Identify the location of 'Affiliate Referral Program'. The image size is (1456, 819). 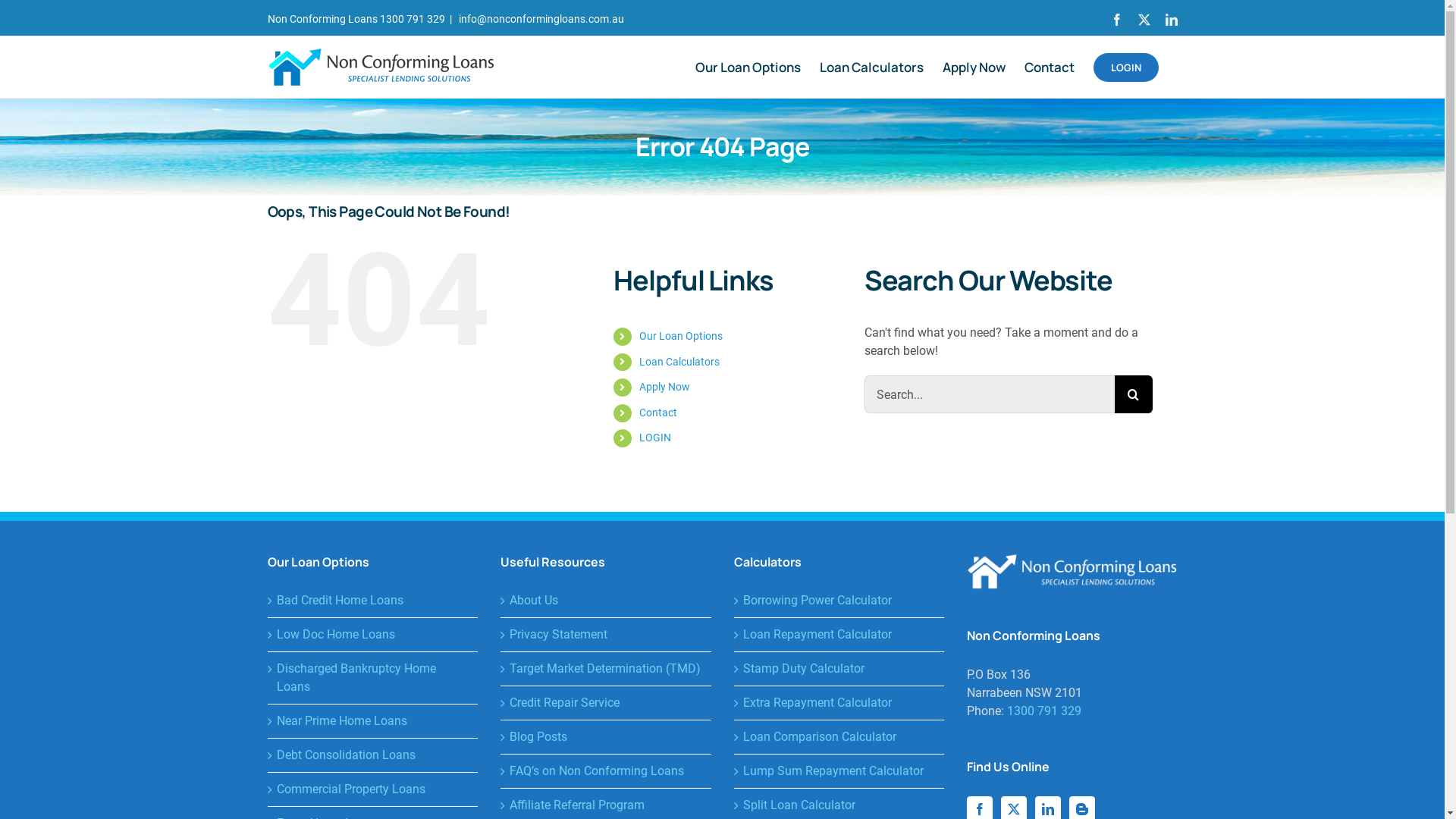
(607, 804).